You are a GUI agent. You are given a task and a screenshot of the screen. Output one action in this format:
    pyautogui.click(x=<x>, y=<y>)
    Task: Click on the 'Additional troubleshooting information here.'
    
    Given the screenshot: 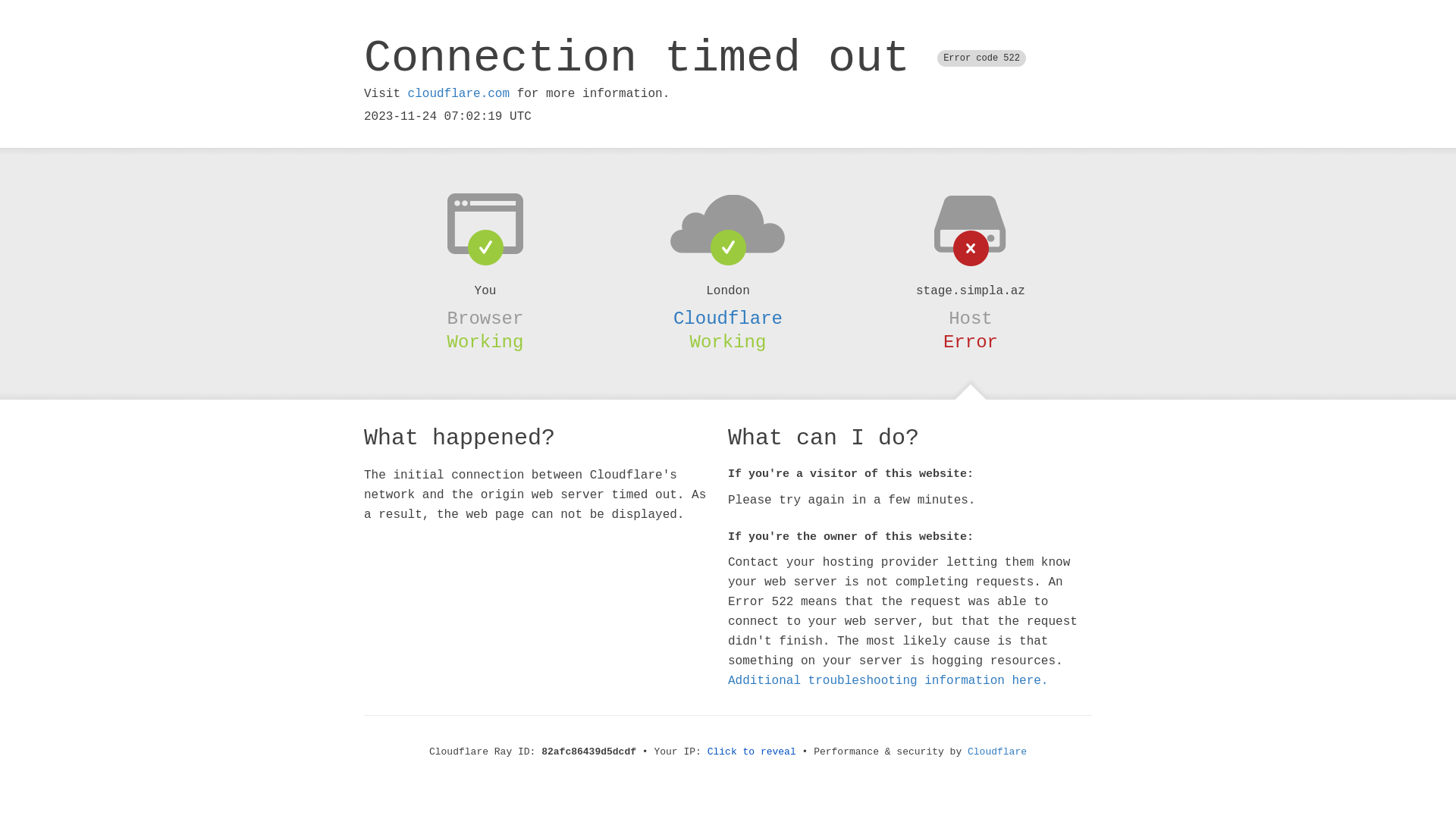 What is the action you would take?
    pyautogui.click(x=888, y=680)
    